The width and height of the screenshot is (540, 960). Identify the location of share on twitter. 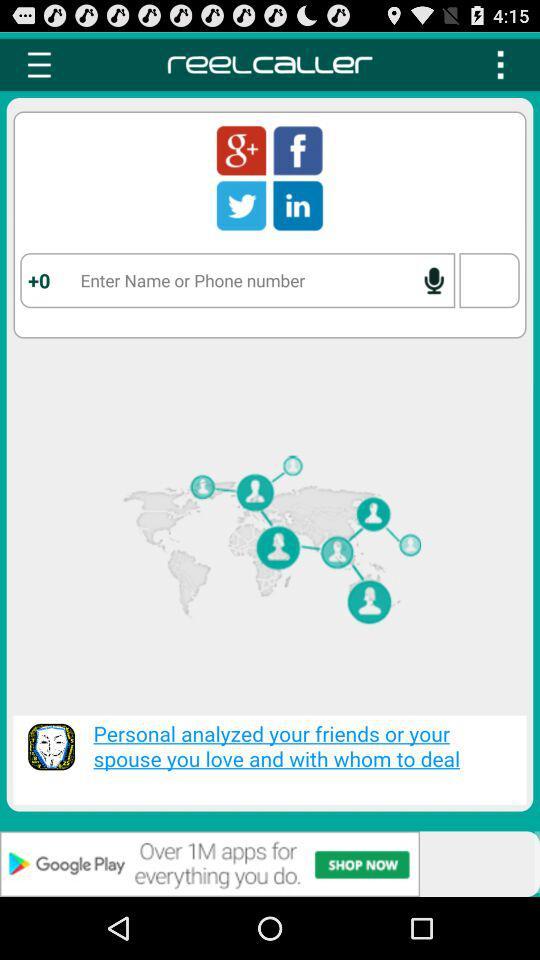
(241, 205).